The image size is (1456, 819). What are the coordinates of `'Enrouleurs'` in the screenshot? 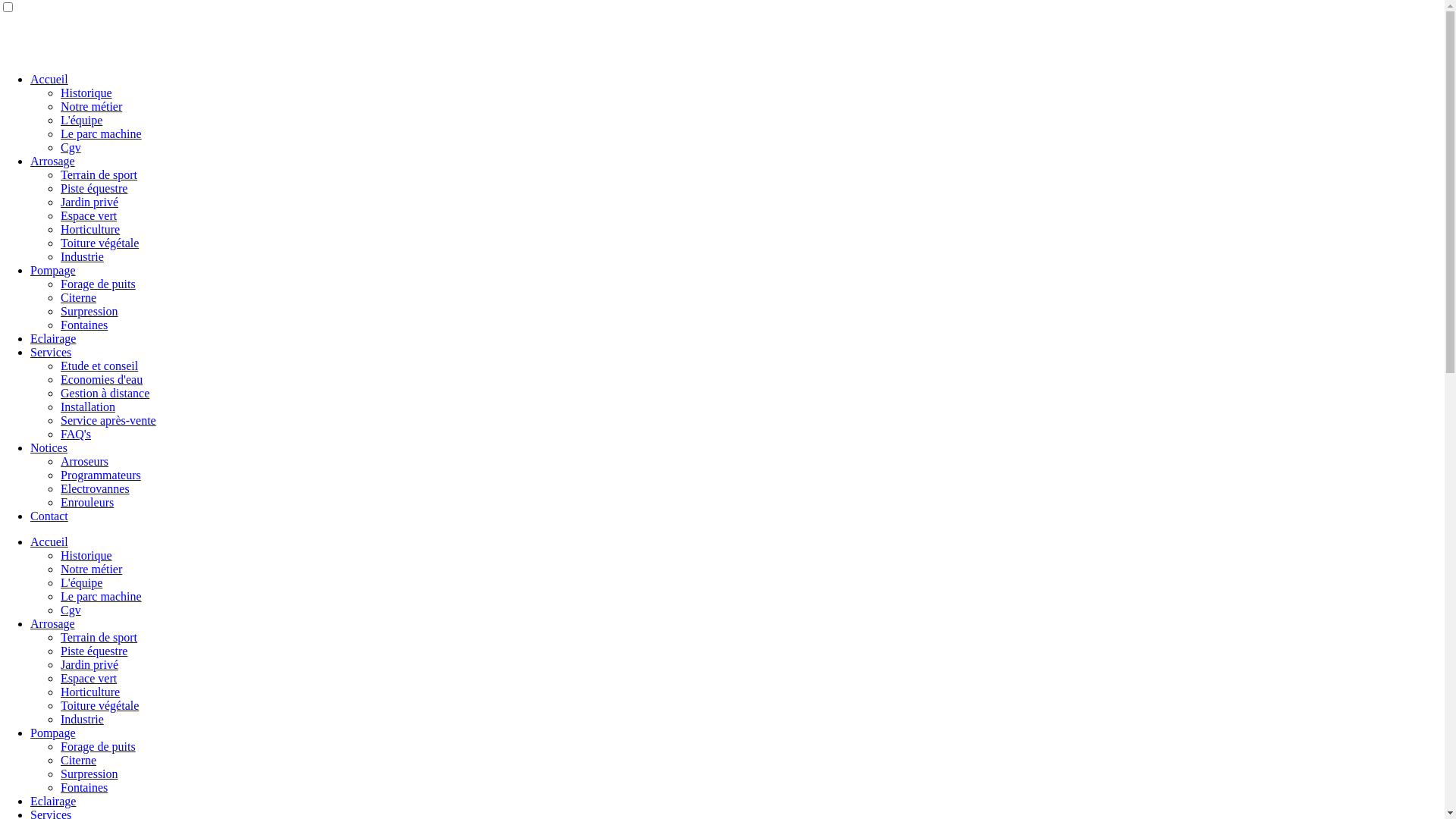 It's located at (86, 502).